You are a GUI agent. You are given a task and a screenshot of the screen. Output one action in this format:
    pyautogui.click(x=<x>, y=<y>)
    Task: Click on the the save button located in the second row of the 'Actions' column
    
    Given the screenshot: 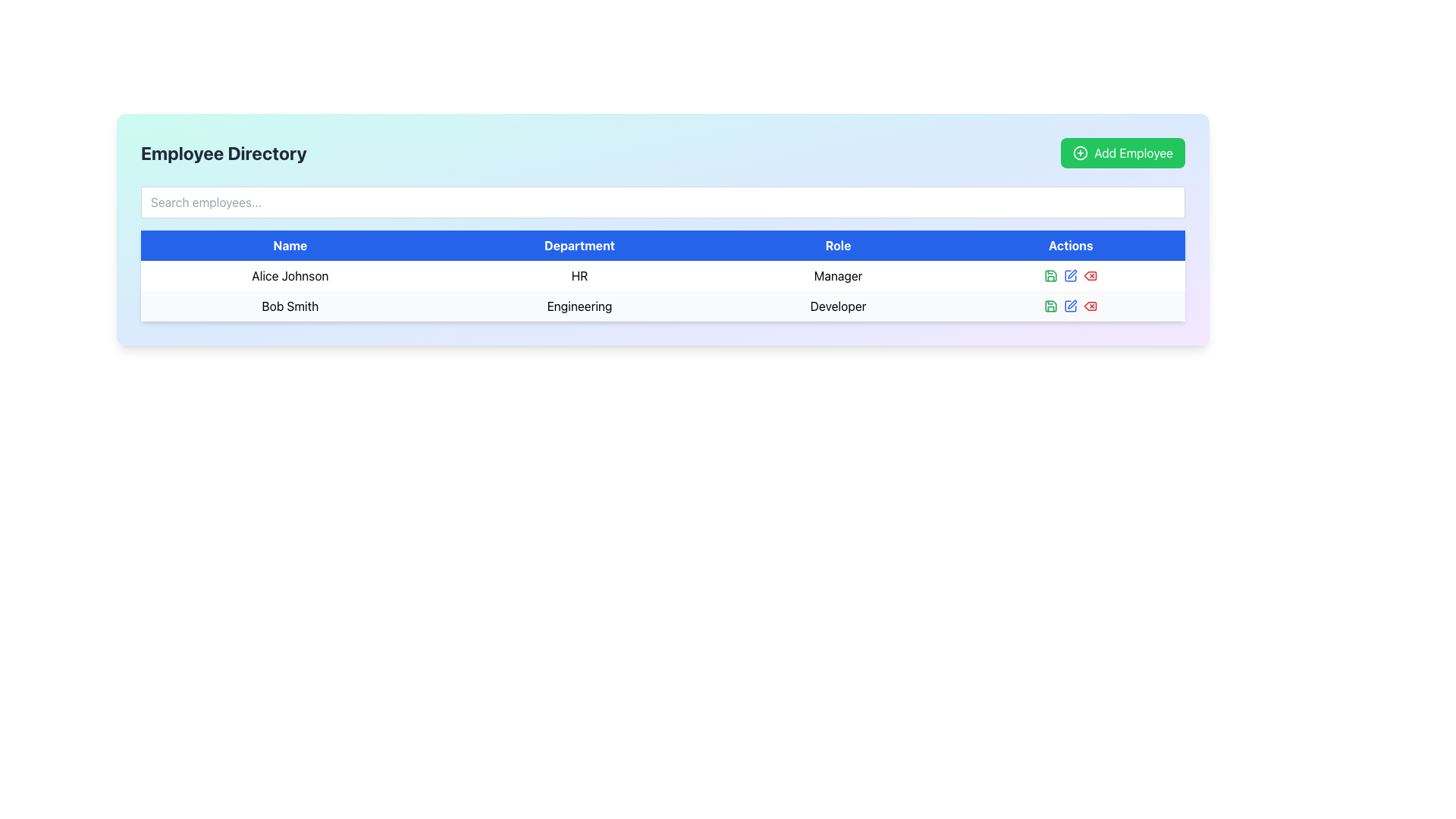 What is the action you would take?
    pyautogui.click(x=1050, y=275)
    